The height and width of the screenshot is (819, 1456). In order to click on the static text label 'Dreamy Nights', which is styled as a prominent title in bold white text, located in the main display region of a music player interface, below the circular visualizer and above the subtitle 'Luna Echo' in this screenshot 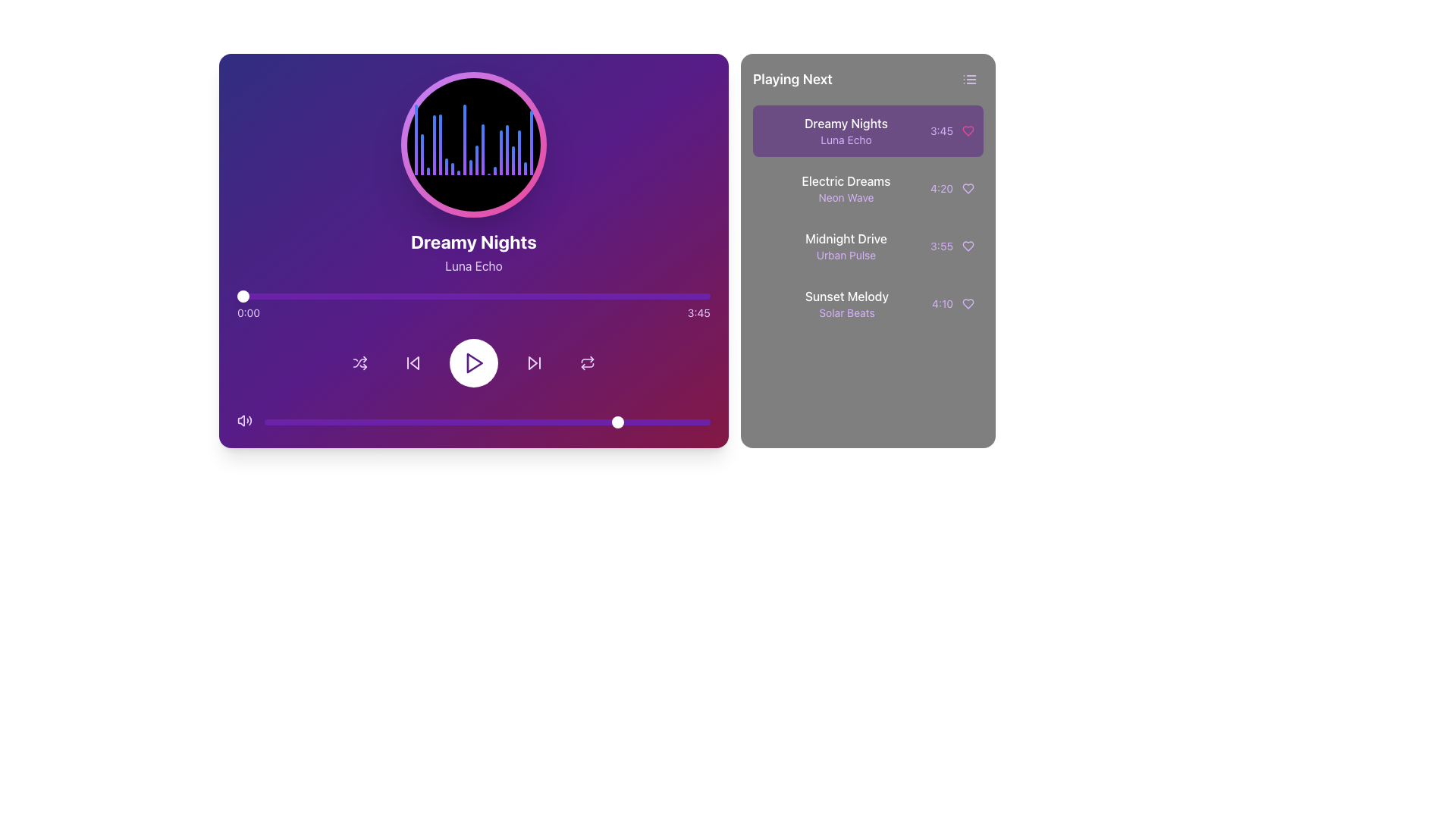, I will do `click(472, 241)`.